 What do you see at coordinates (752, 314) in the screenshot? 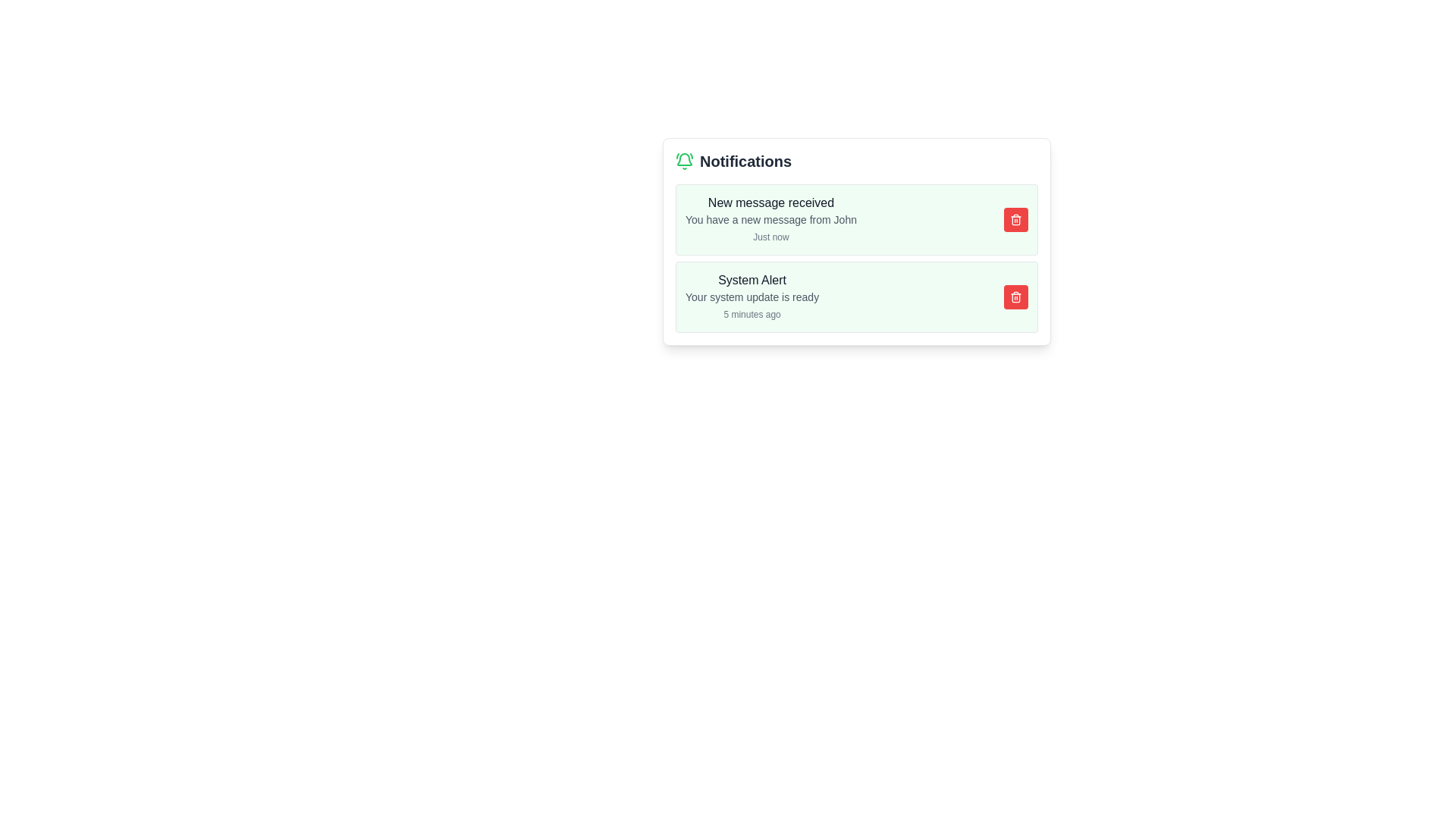
I see `the static text label reading '5 minutes ago' that appears below the message 'Your system update is ready' in the System Alert notification card` at bounding box center [752, 314].